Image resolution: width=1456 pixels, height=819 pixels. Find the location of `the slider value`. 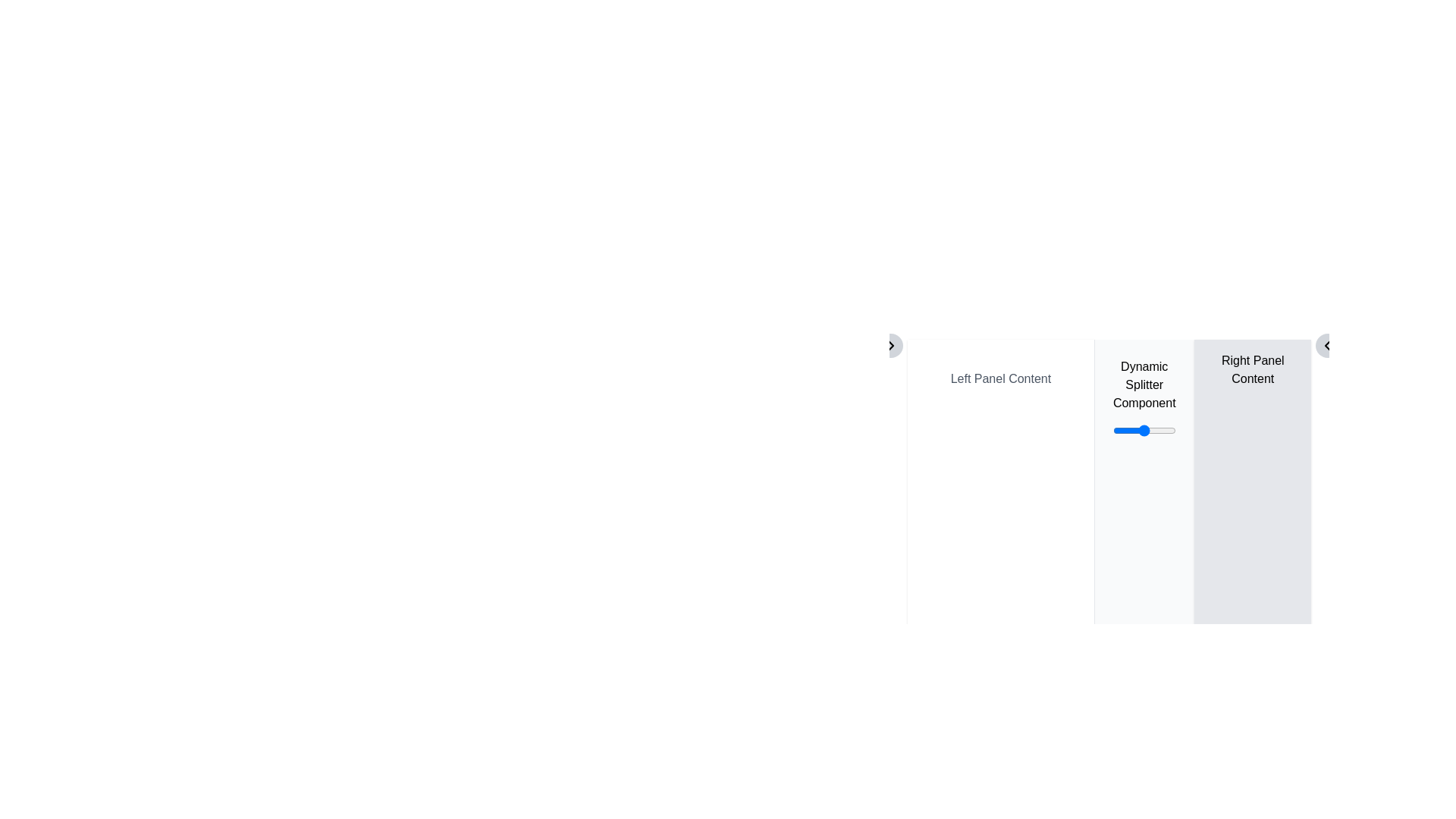

the slider value is located at coordinates (1159, 430).